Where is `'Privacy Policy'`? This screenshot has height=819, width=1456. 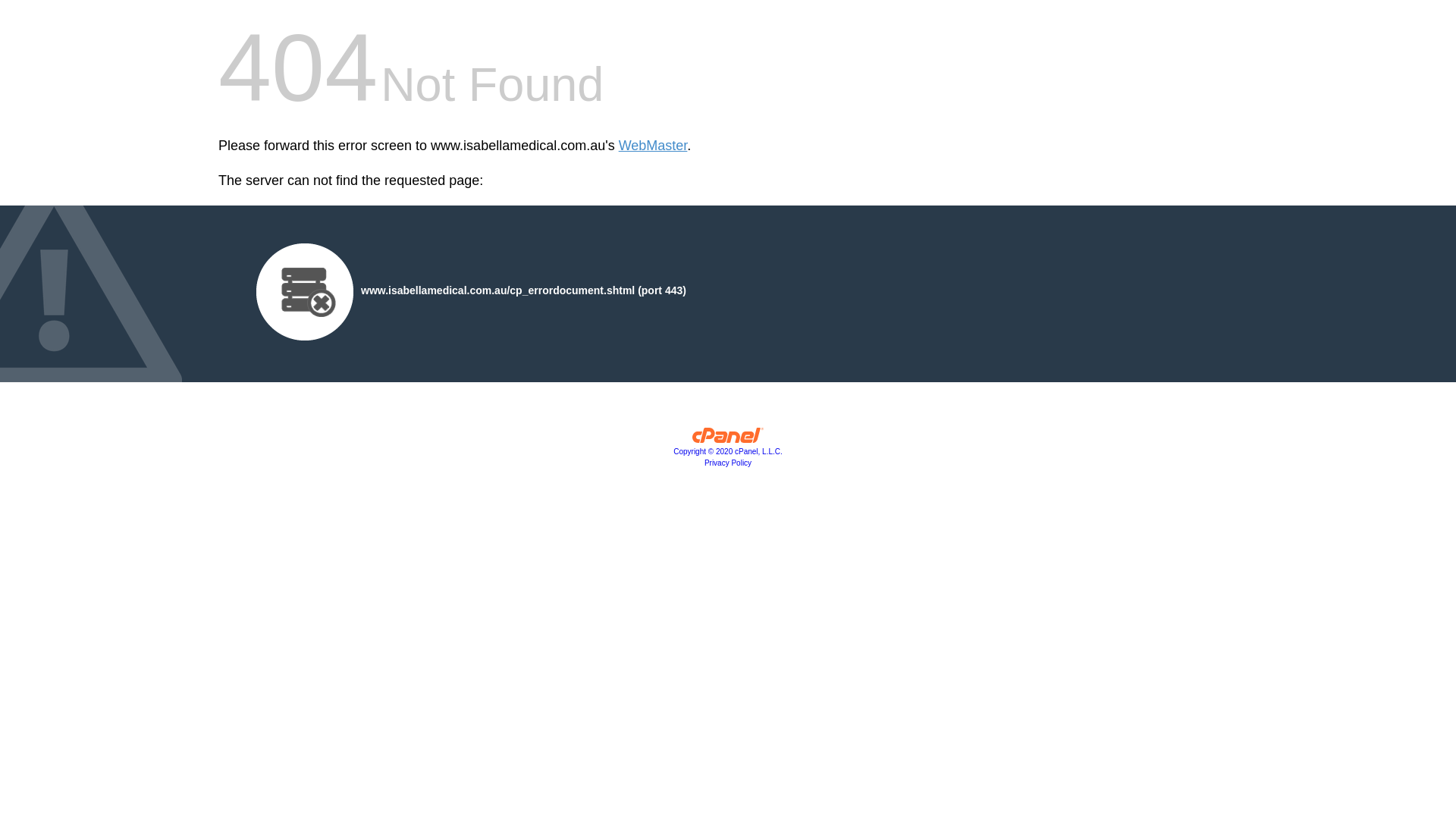
'Privacy Policy' is located at coordinates (728, 462).